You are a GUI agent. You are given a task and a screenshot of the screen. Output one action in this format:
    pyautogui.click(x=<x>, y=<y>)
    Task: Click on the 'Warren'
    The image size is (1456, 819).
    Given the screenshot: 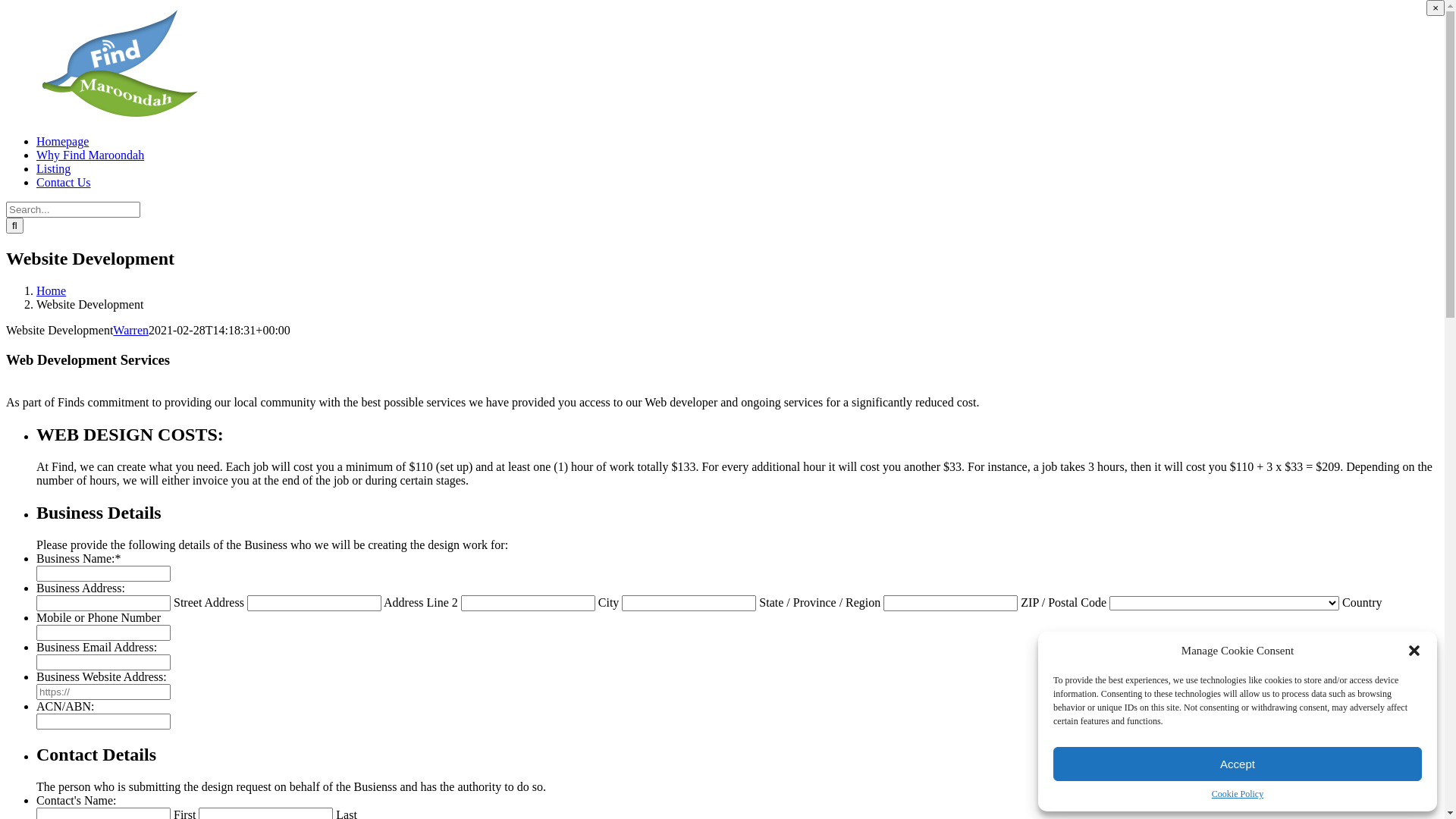 What is the action you would take?
    pyautogui.click(x=111, y=329)
    